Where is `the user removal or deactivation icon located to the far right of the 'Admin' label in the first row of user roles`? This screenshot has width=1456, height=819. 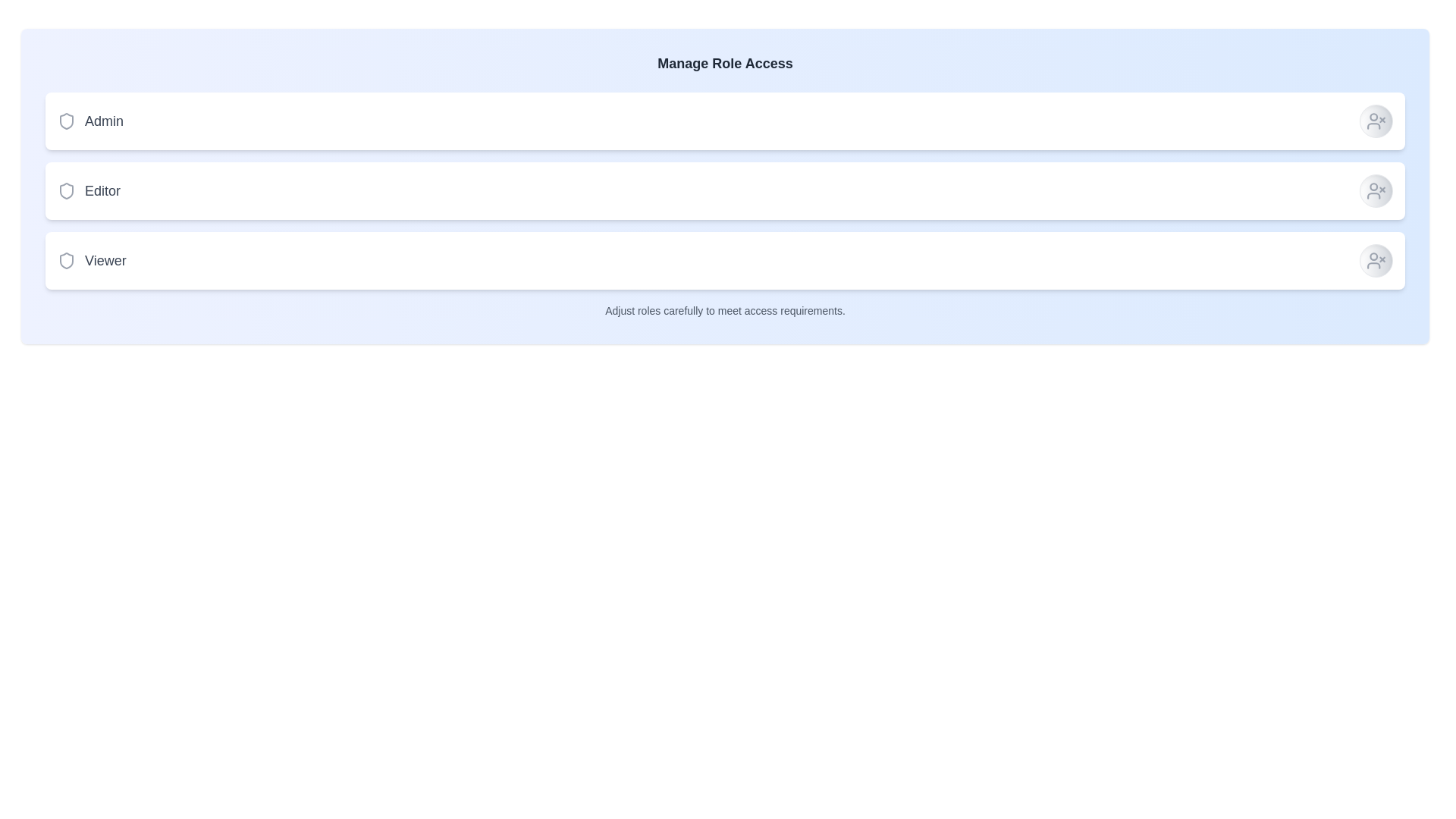
the user removal or deactivation icon located to the far right of the 'Admin' label in the first row of user roles is located at coordinates (1376, 120).